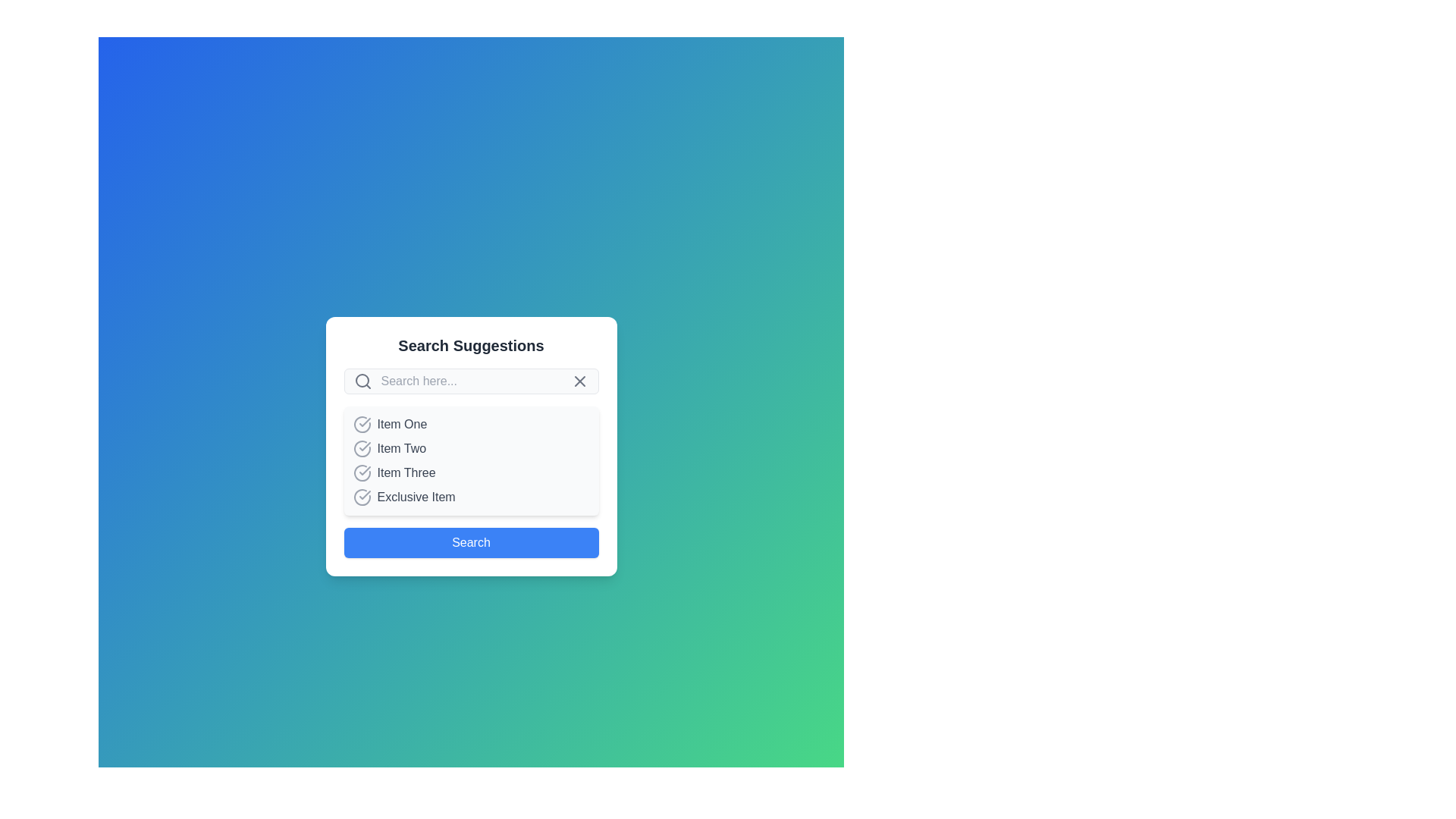  I want to click on the confirmation icon representing the selected state for 'Item One' in the vertical list of suggestions, so click(361, 424).